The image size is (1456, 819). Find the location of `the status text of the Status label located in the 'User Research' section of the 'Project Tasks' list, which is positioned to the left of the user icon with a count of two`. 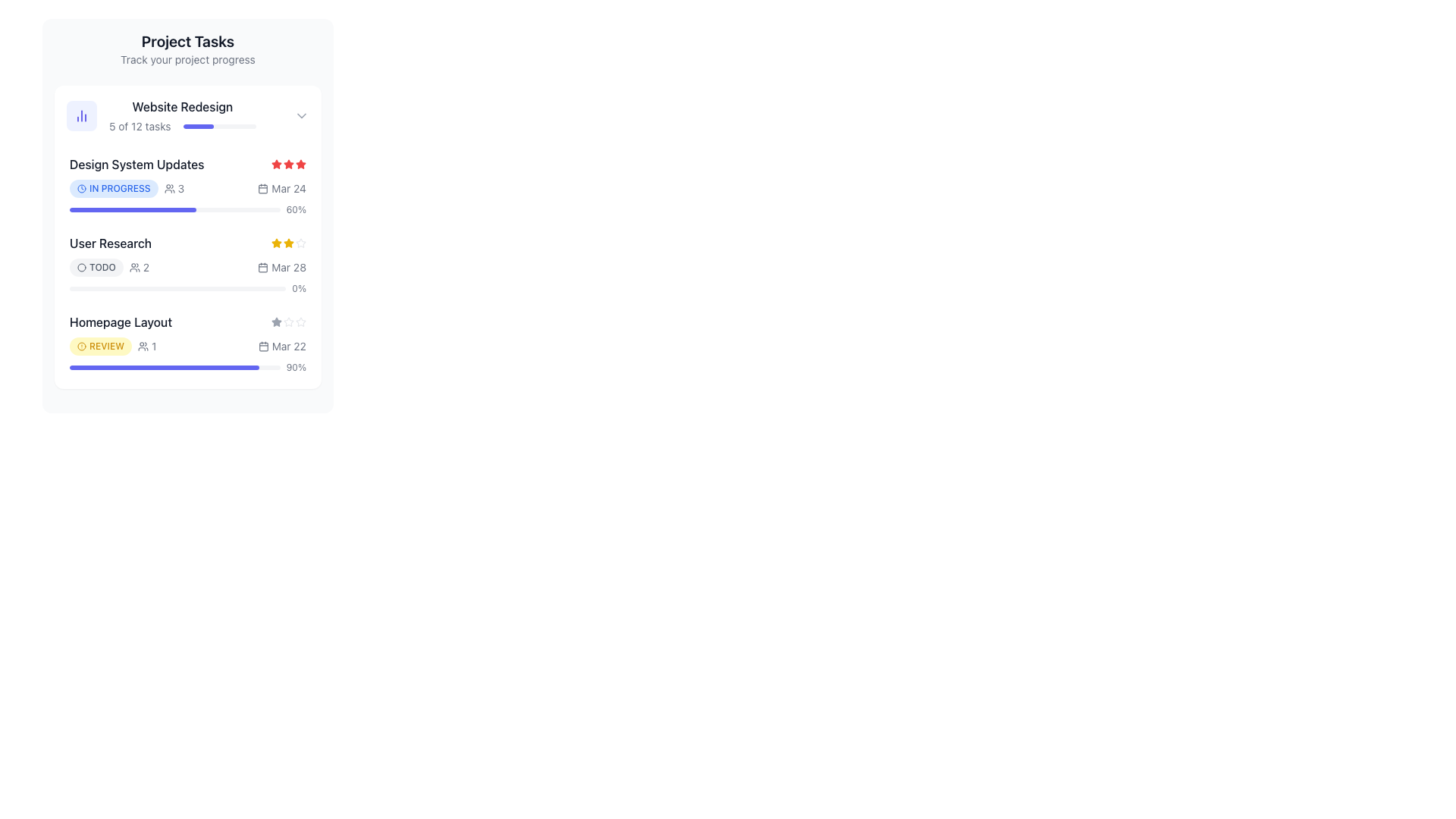

the status text of the Status label located in the 'User Research' section of the 'Project Tasks' list, which is positioned to the left of the user icon with a count of two is located at coordinates (108, 267).